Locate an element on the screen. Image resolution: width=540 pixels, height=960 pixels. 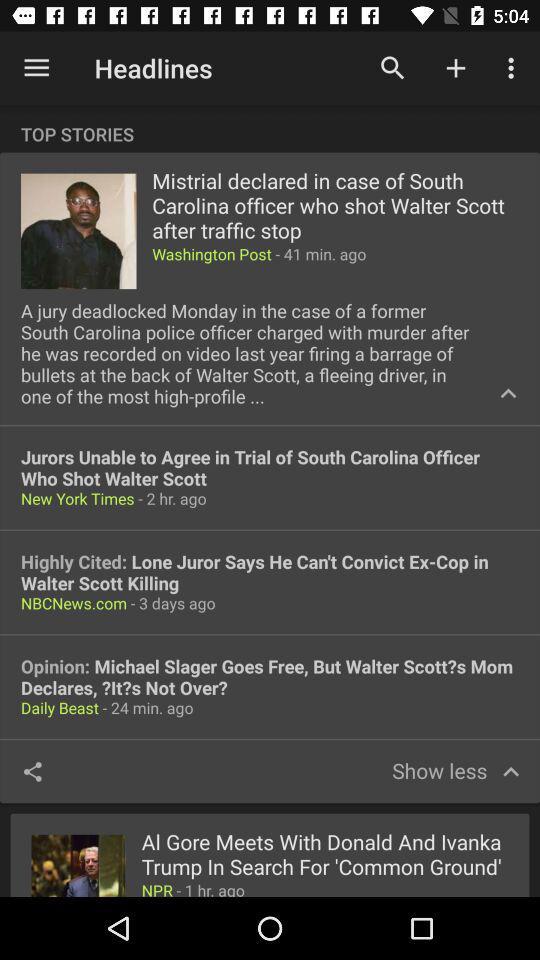
the text in the option at the bottom of the page is located at coordinates (325, 854).